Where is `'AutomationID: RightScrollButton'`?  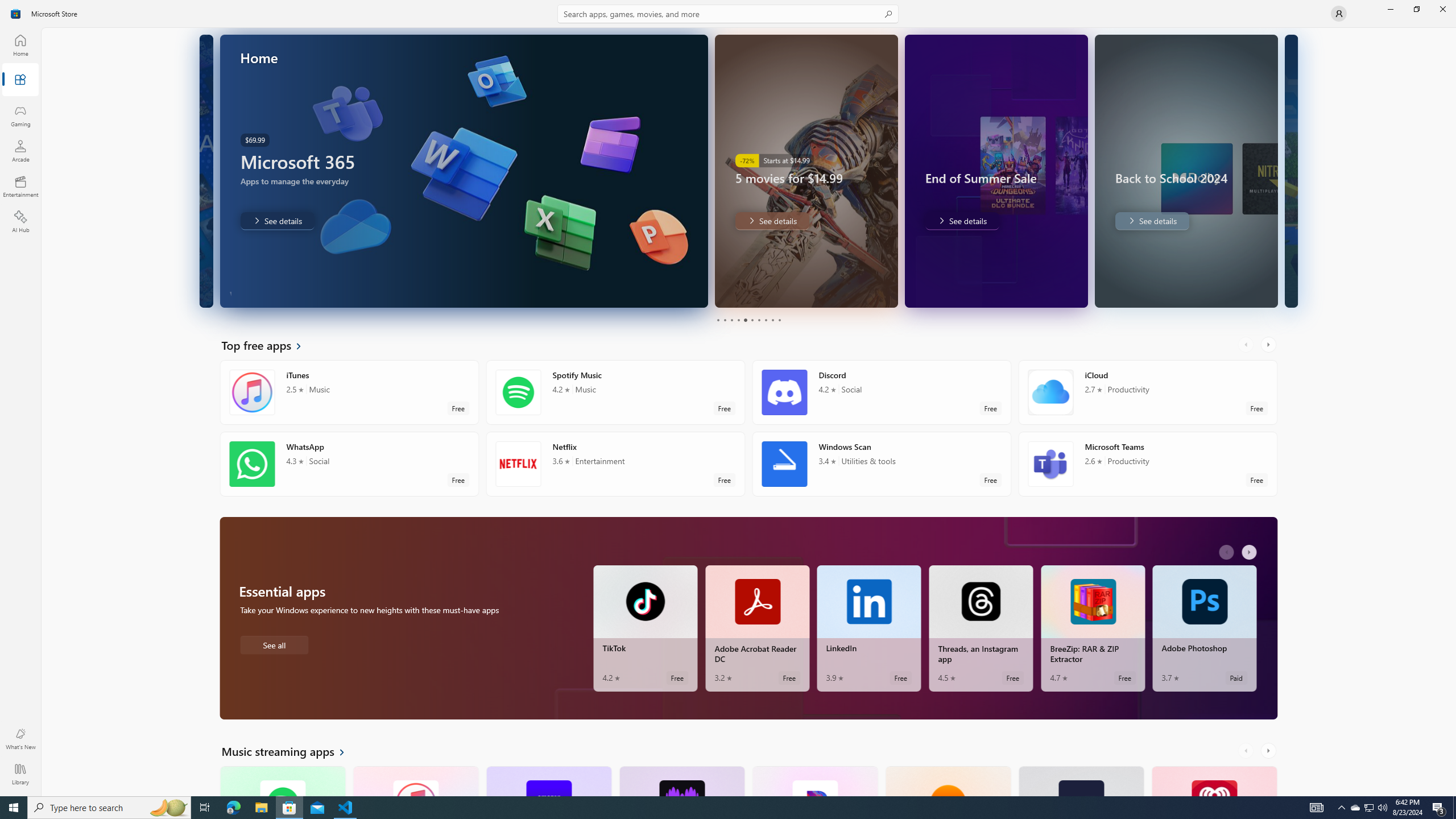
'AutomationID: RightScrollButton' is located at coordinates (1269, 751).